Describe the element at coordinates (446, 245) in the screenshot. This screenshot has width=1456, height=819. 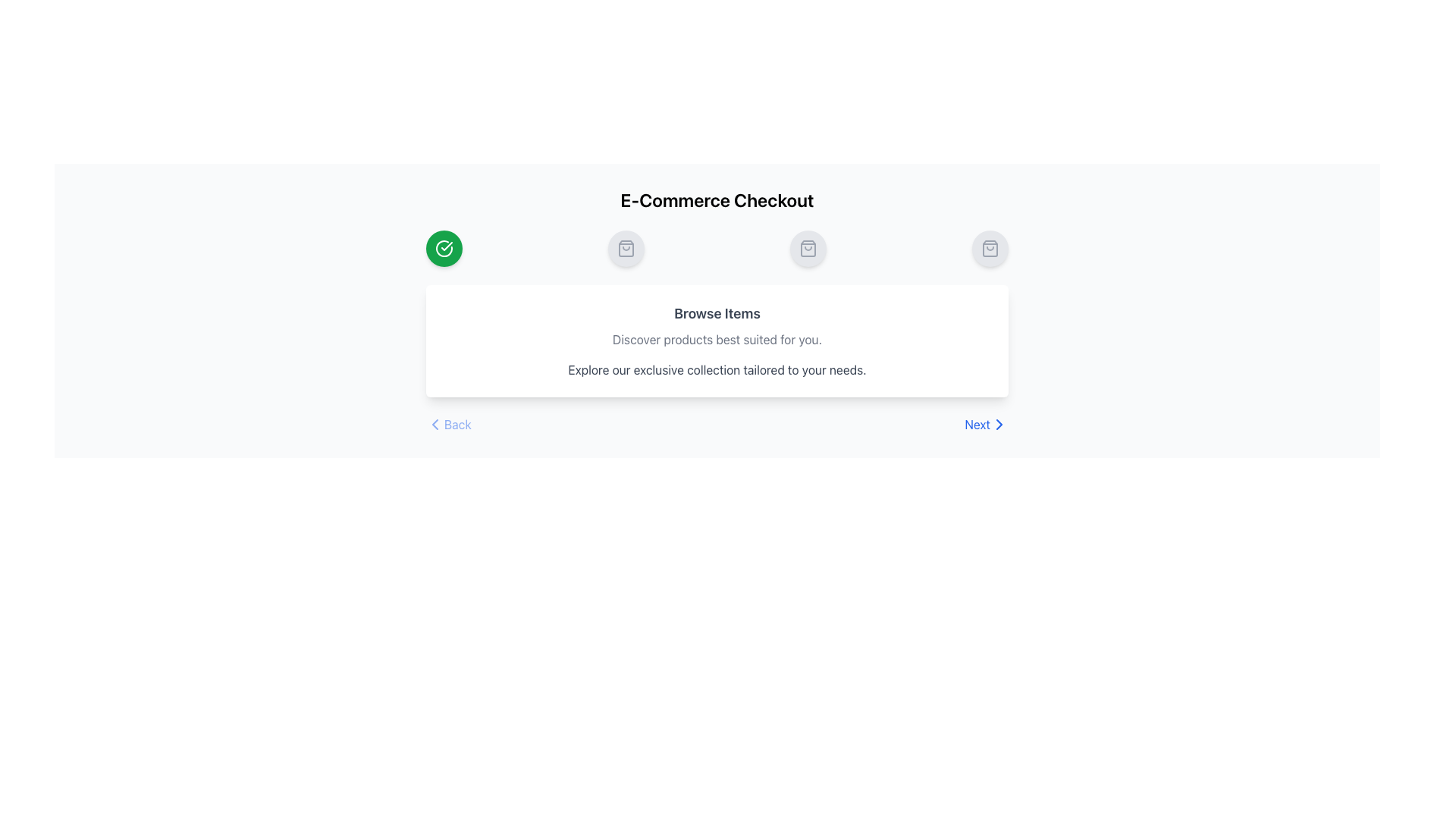
I see `the state of the checkmark symbol located within the first green circular step indicator, which is positioned in the upper left of the interface` at that location.